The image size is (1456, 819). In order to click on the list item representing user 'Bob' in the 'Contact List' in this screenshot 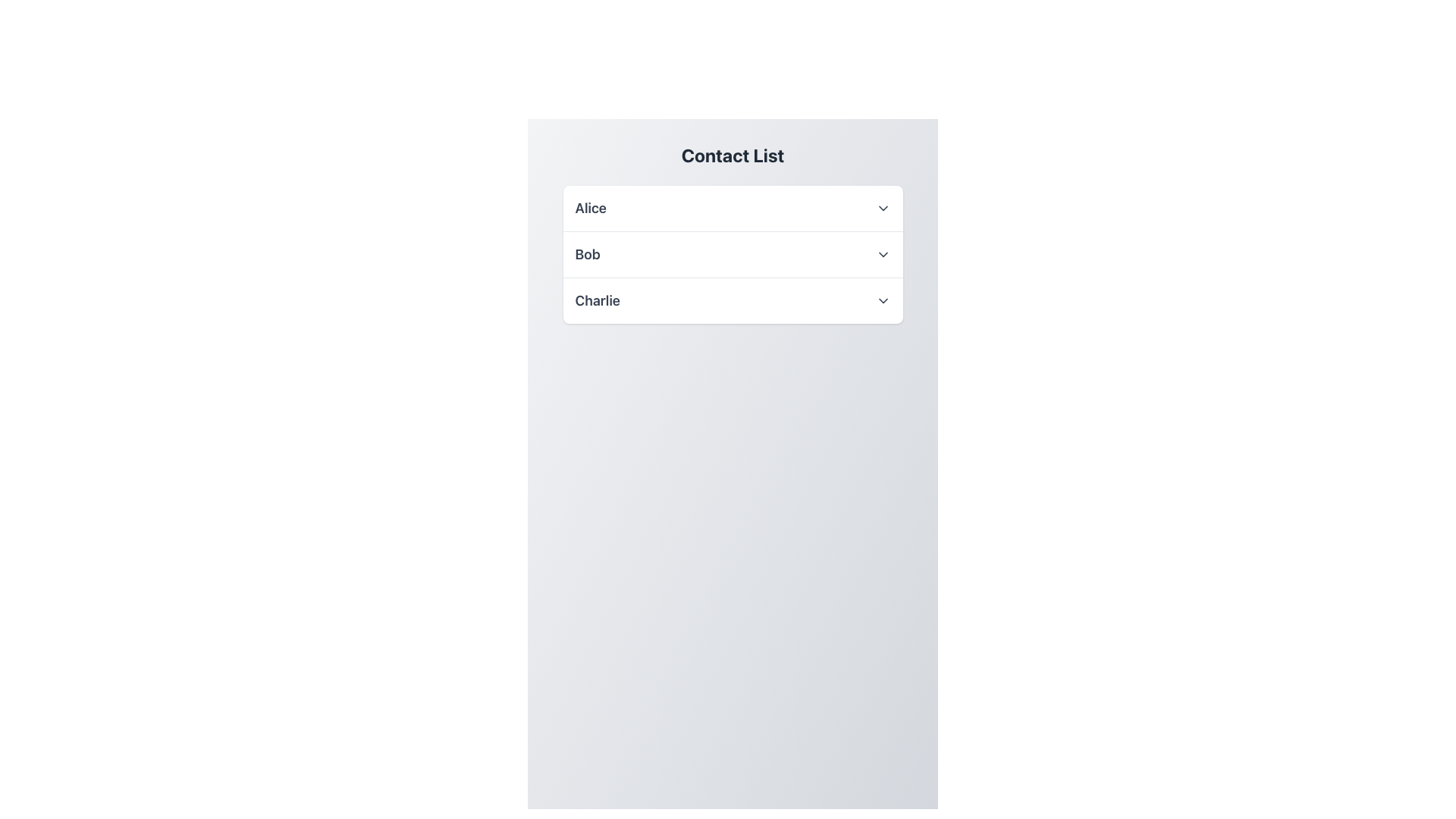, I will do `click(733, 253)`.